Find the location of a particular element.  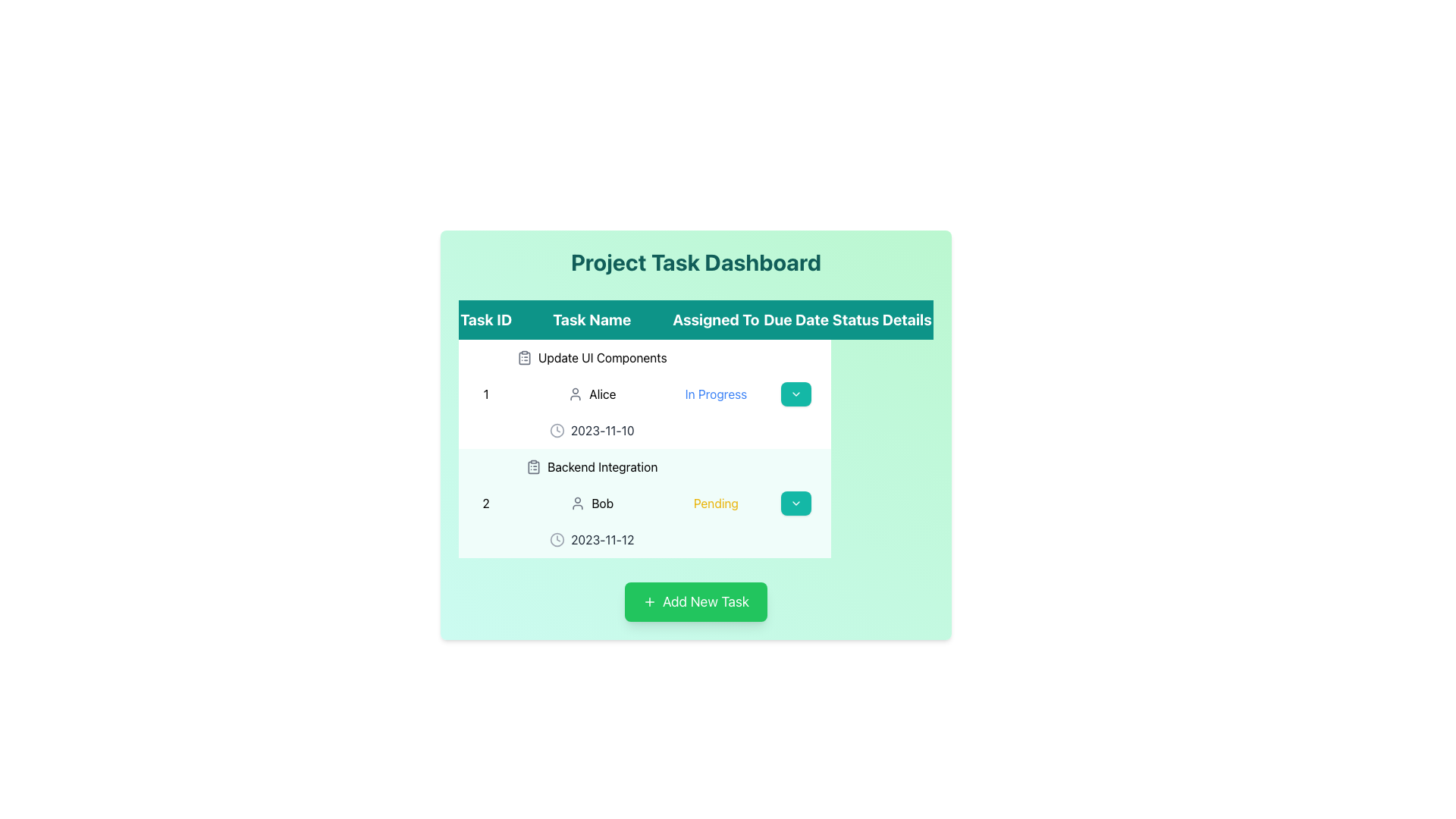

the text label displaying 'Alice' in the 'Assigned To' column of the table, which is positioned to the right of the user icon is located at coordinates (601, 394).